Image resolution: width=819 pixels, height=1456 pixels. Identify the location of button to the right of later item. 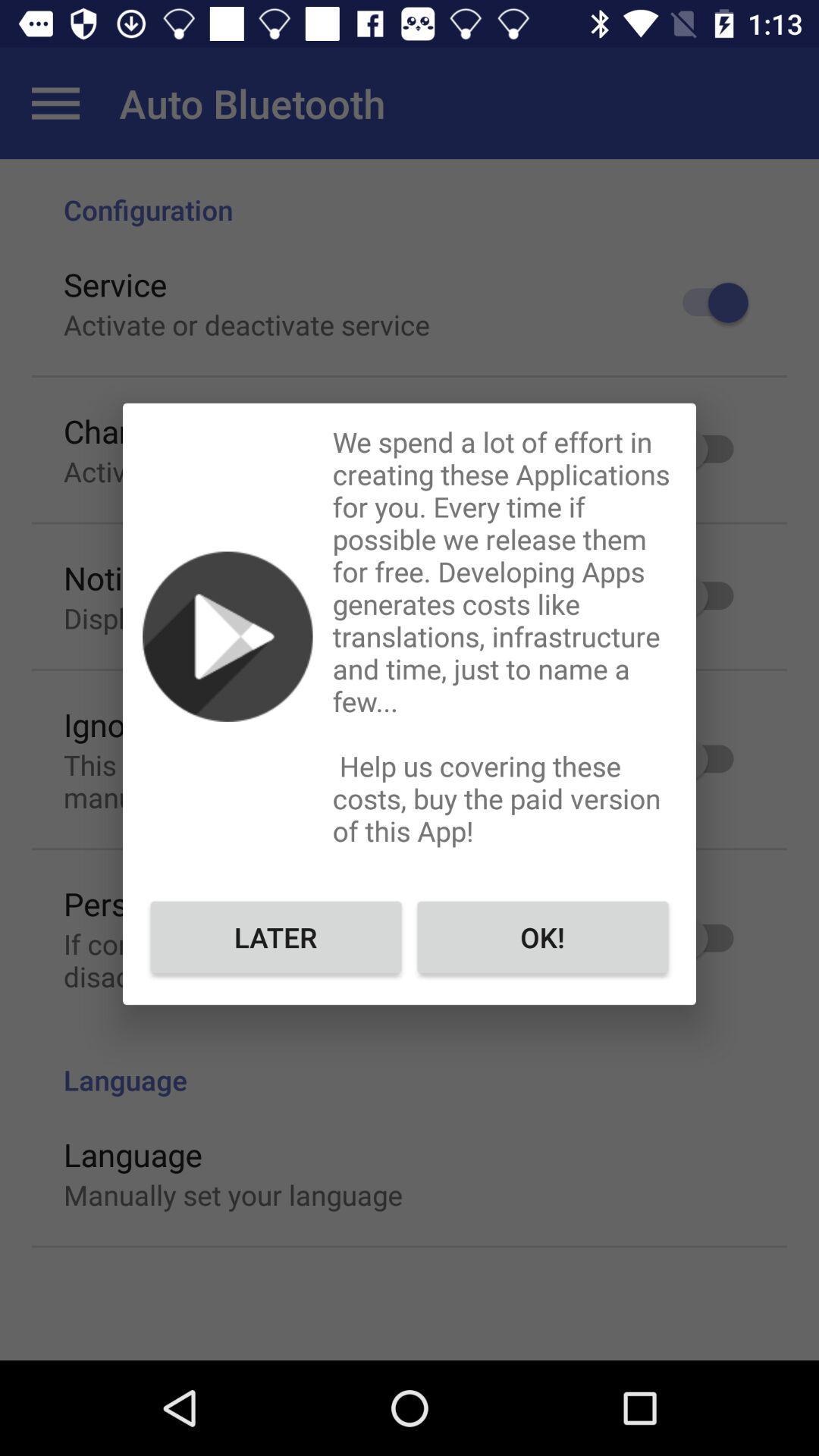
(541, 936).